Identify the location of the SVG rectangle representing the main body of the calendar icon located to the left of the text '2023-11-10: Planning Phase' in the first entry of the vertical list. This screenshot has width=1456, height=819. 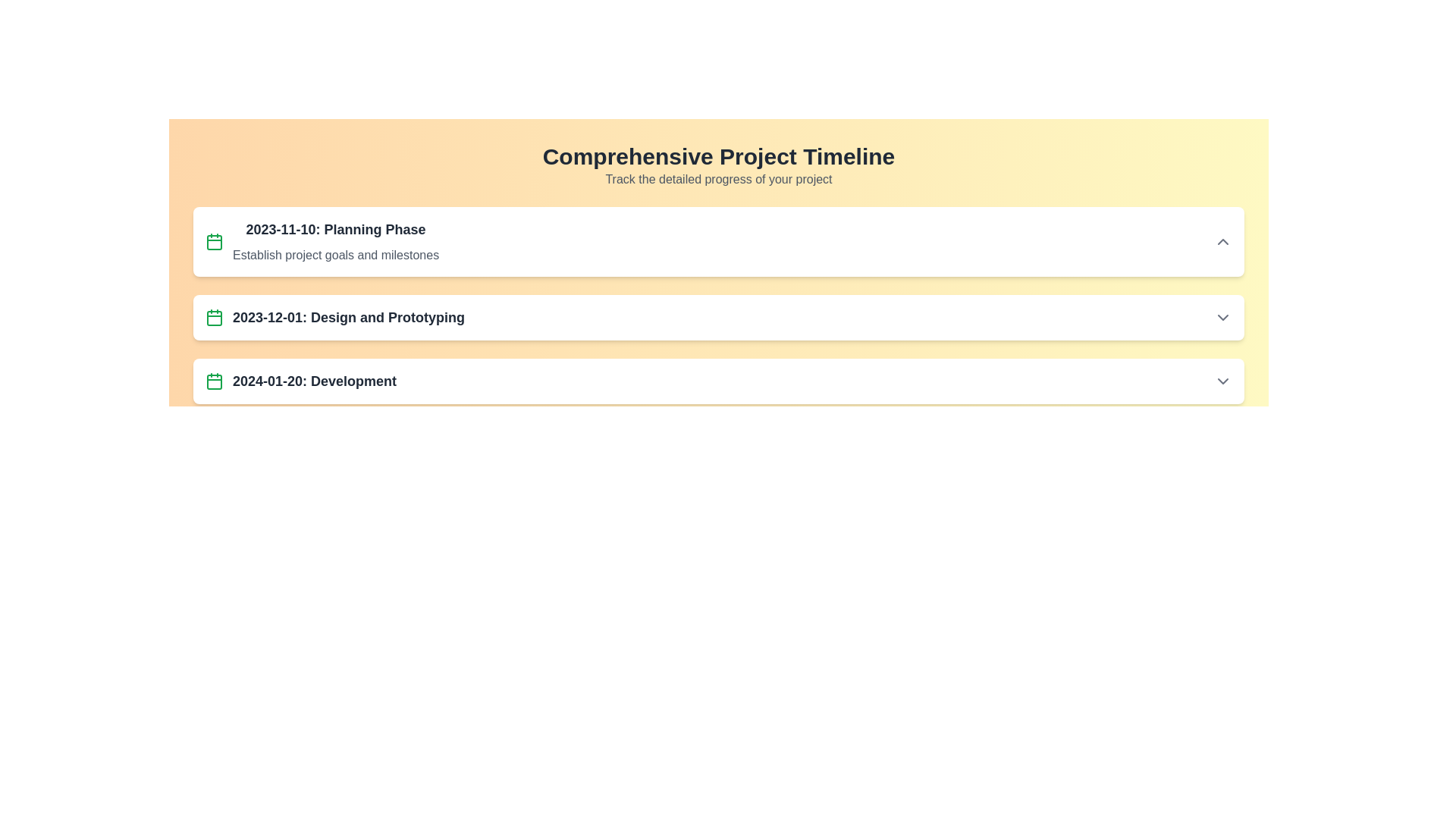
(214, 242).